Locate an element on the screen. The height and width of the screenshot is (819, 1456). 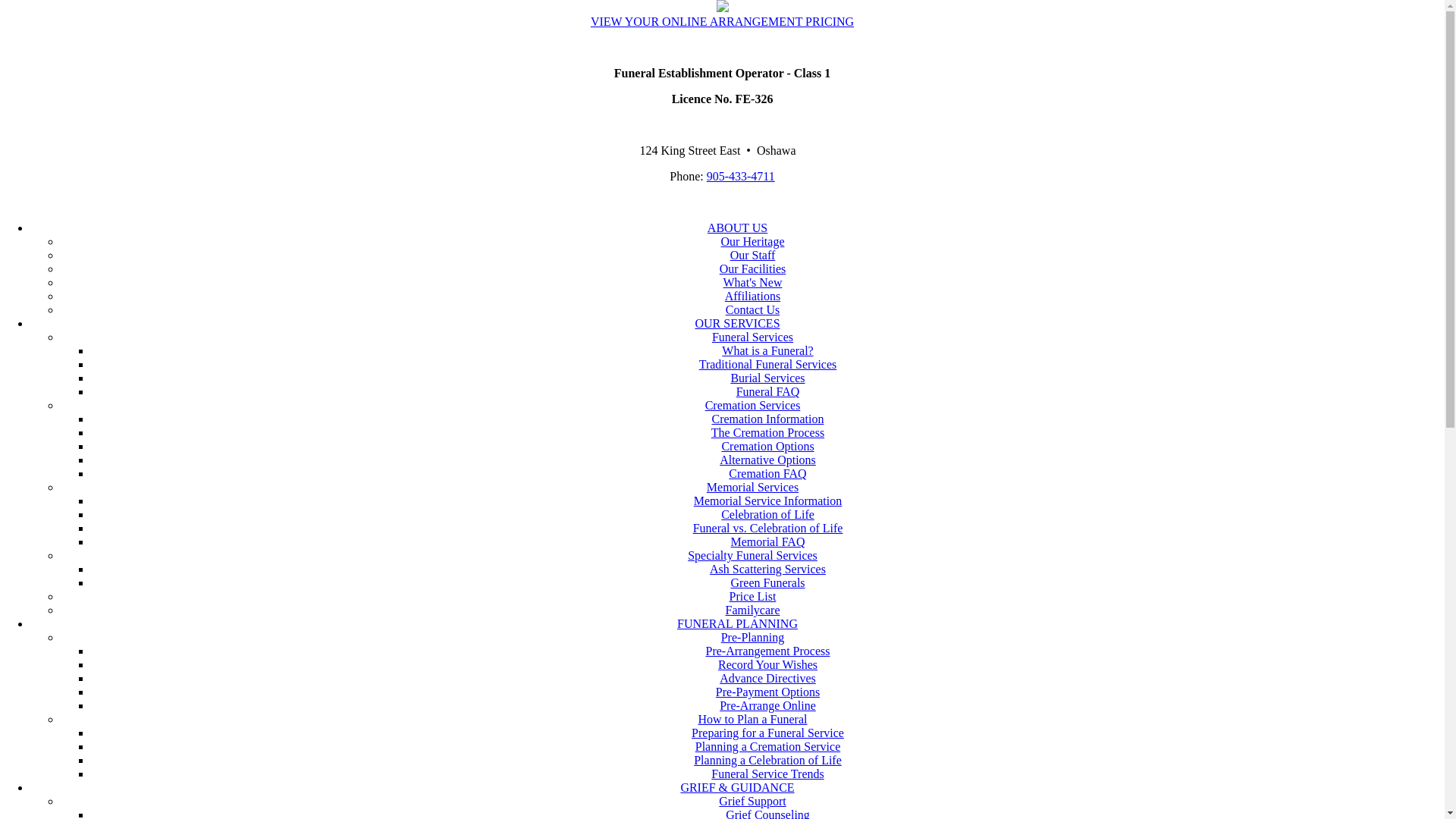
'Familycare' is located at coordinates (724, 609).